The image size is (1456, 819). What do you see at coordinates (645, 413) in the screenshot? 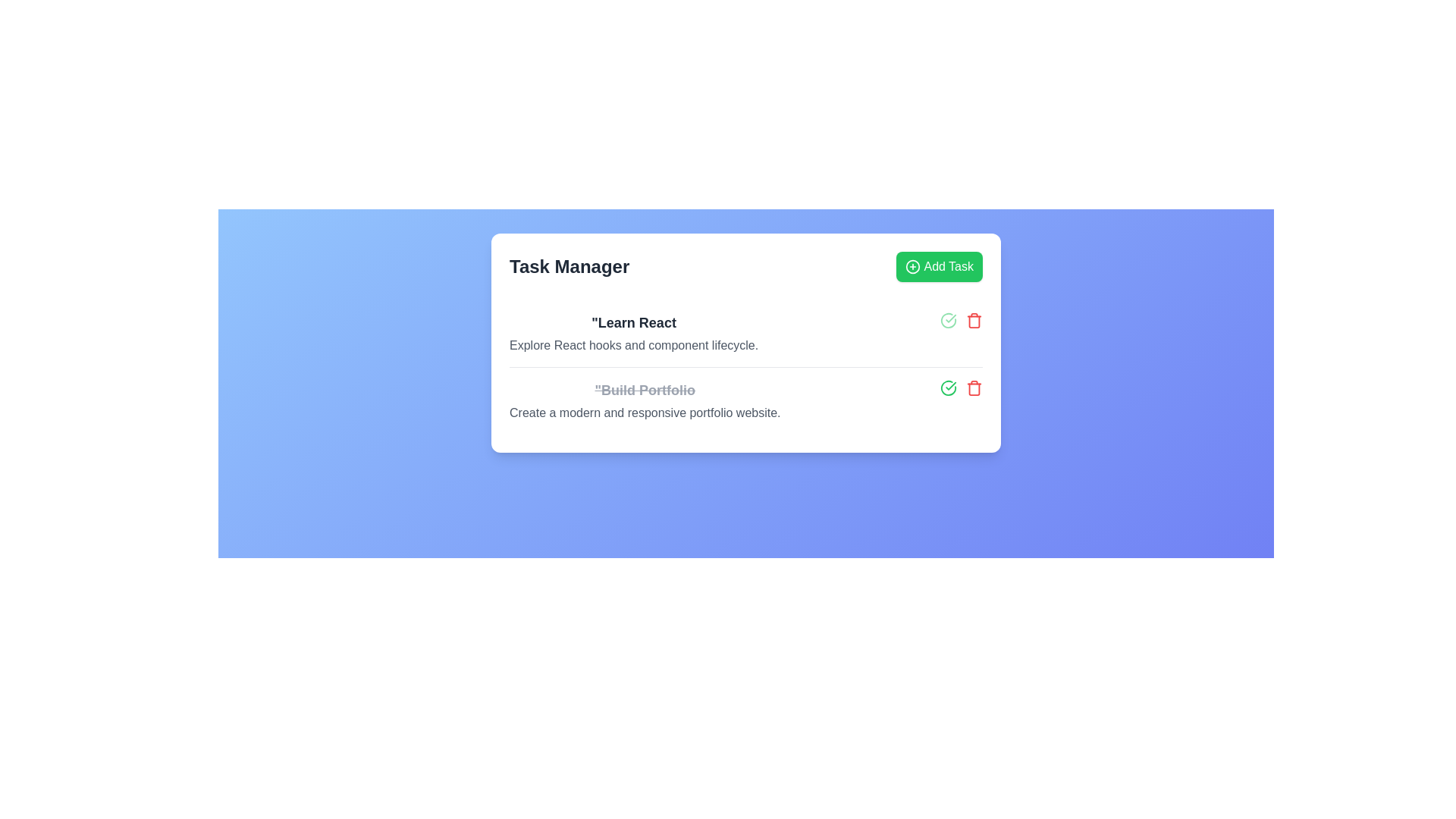
I see `description text that provides additional context for the task related to building a portfolio, which is located under the strikethrough text 'Build Portfolio' in the Task Manager section` at bounding box center [645, 413].